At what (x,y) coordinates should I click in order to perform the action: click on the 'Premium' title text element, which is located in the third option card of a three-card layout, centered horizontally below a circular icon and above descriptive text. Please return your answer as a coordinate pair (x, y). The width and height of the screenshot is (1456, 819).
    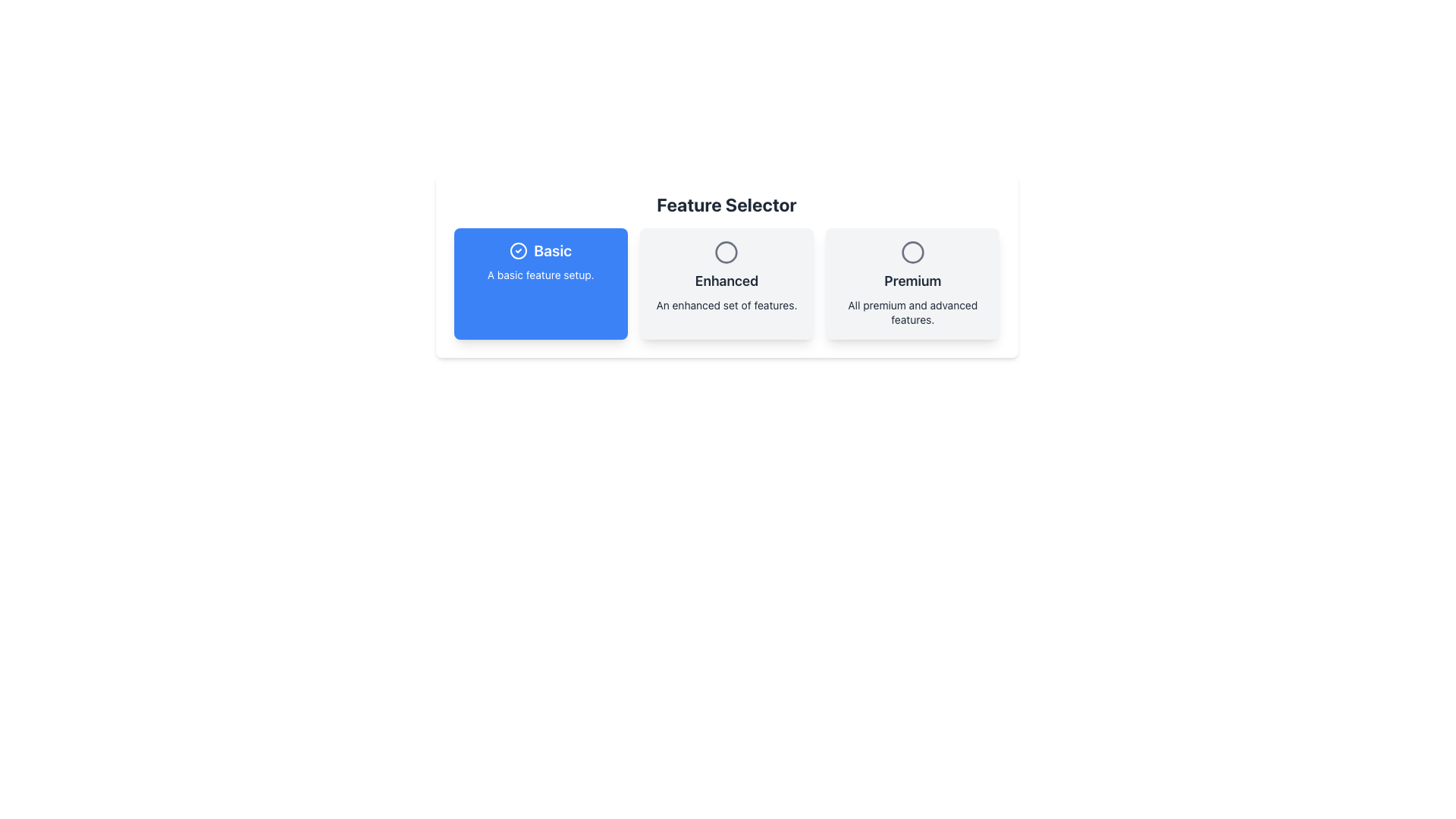
    Looking at the image, I should click on (912, 281).